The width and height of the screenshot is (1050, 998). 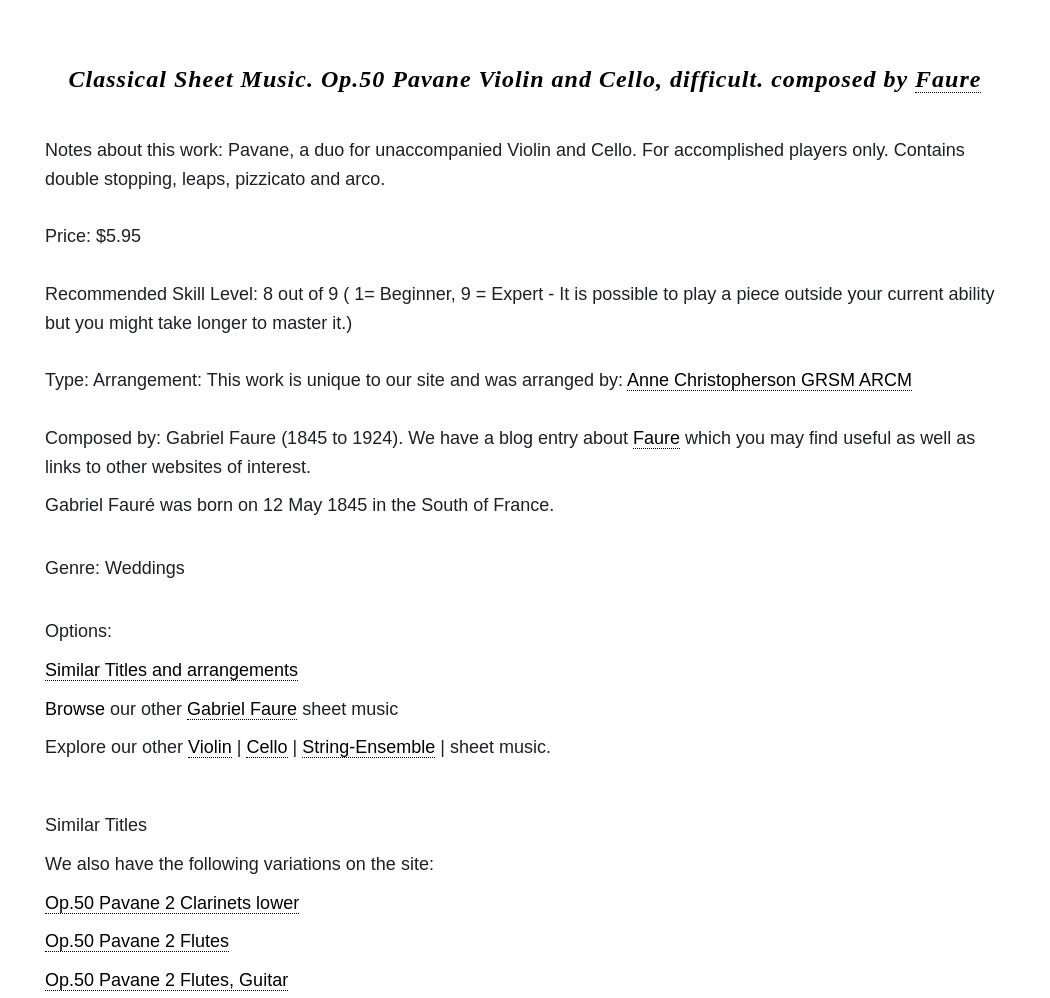 I want to click on 'Browse', so click(x=73, y=707).